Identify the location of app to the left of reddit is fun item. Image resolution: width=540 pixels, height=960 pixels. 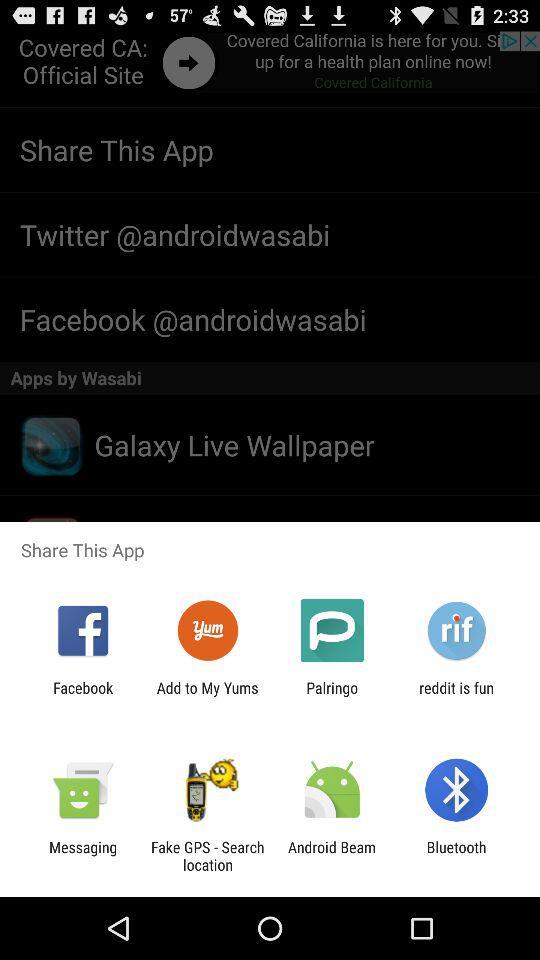
(332, 696).